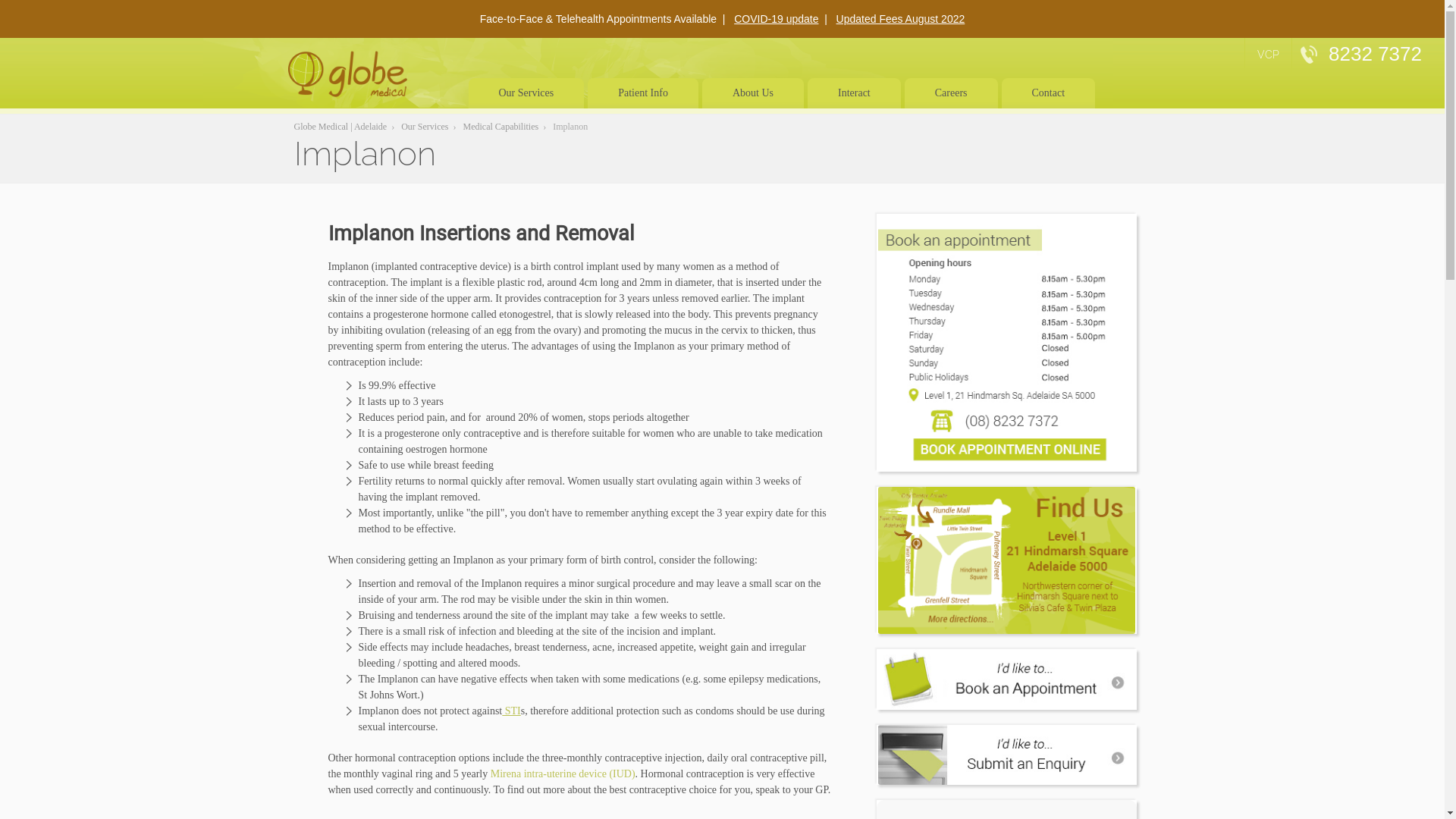 The image size is (1456, 819). I want to click on 'STI', so click(511, 711).